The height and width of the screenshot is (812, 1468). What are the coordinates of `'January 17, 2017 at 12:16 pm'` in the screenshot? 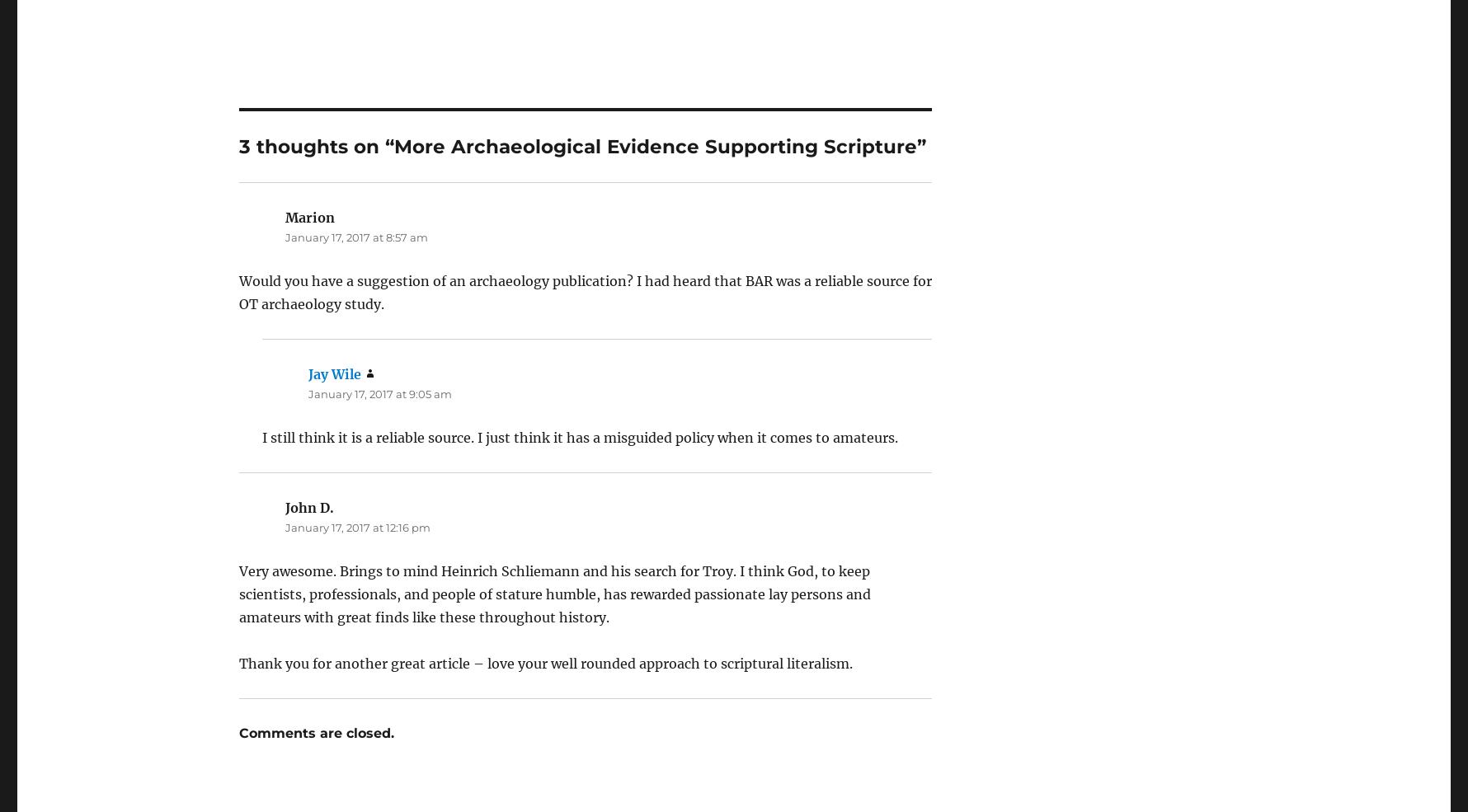 It's located at (356, 481).